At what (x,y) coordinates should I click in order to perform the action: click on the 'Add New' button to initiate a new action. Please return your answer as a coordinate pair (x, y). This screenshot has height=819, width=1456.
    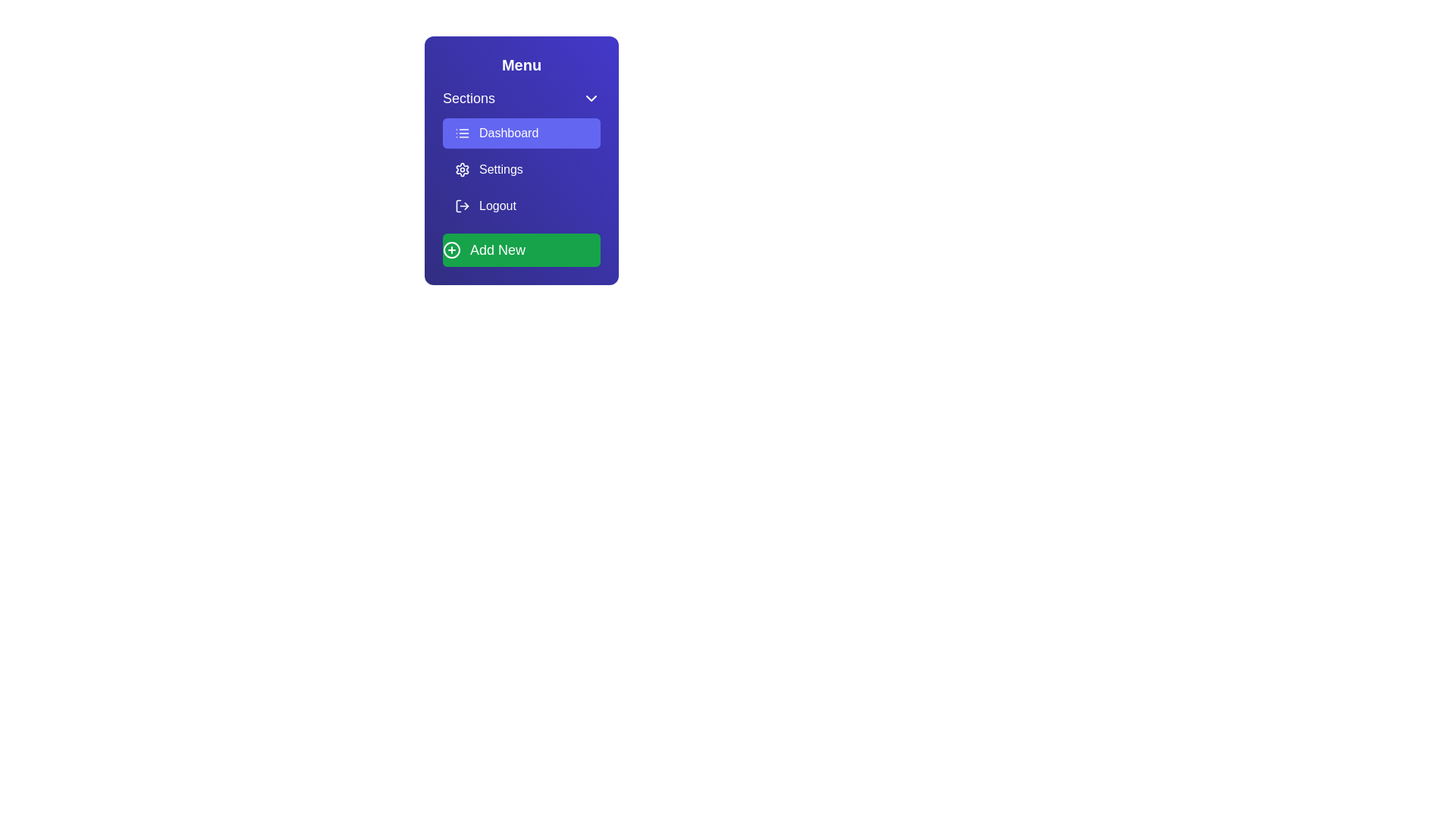
    Looking at the image, I should click on (521, 249).